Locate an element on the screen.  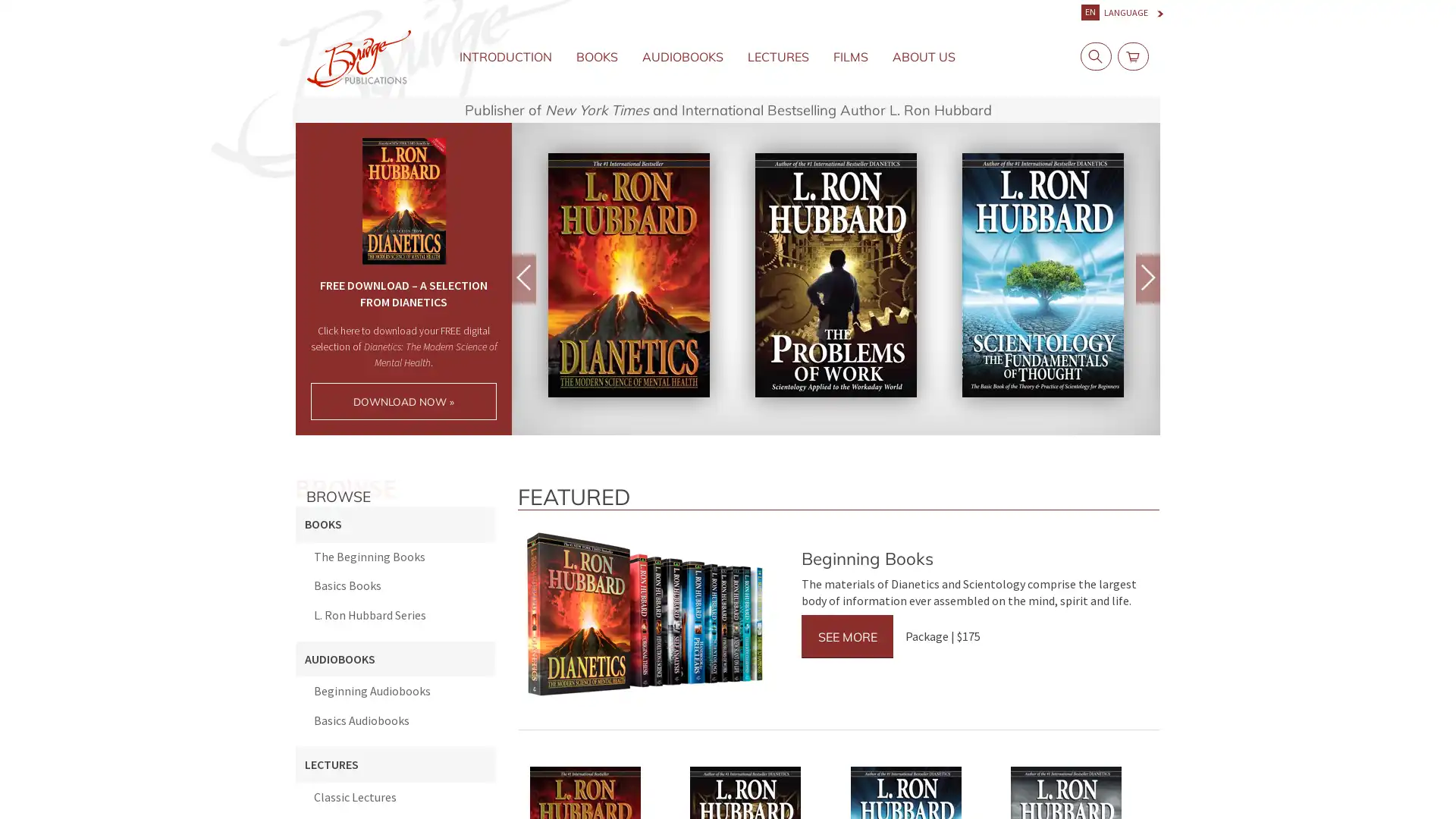
Live chat now is located at coordinates (1373, 784).